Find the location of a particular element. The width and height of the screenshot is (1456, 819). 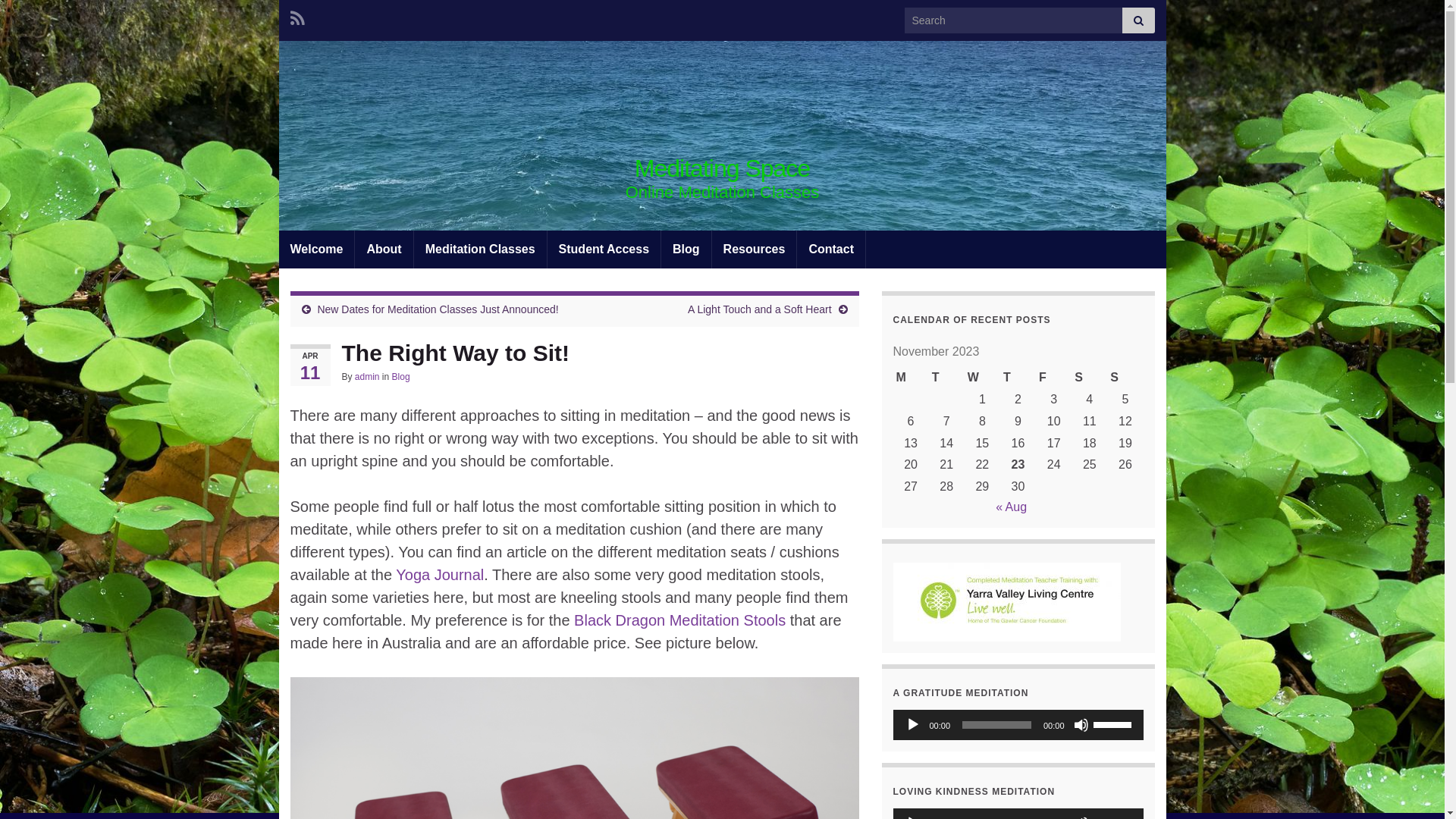

'cropped-IMG_4625-scaled-1.jpeg' is located at coordinates (722, 134).